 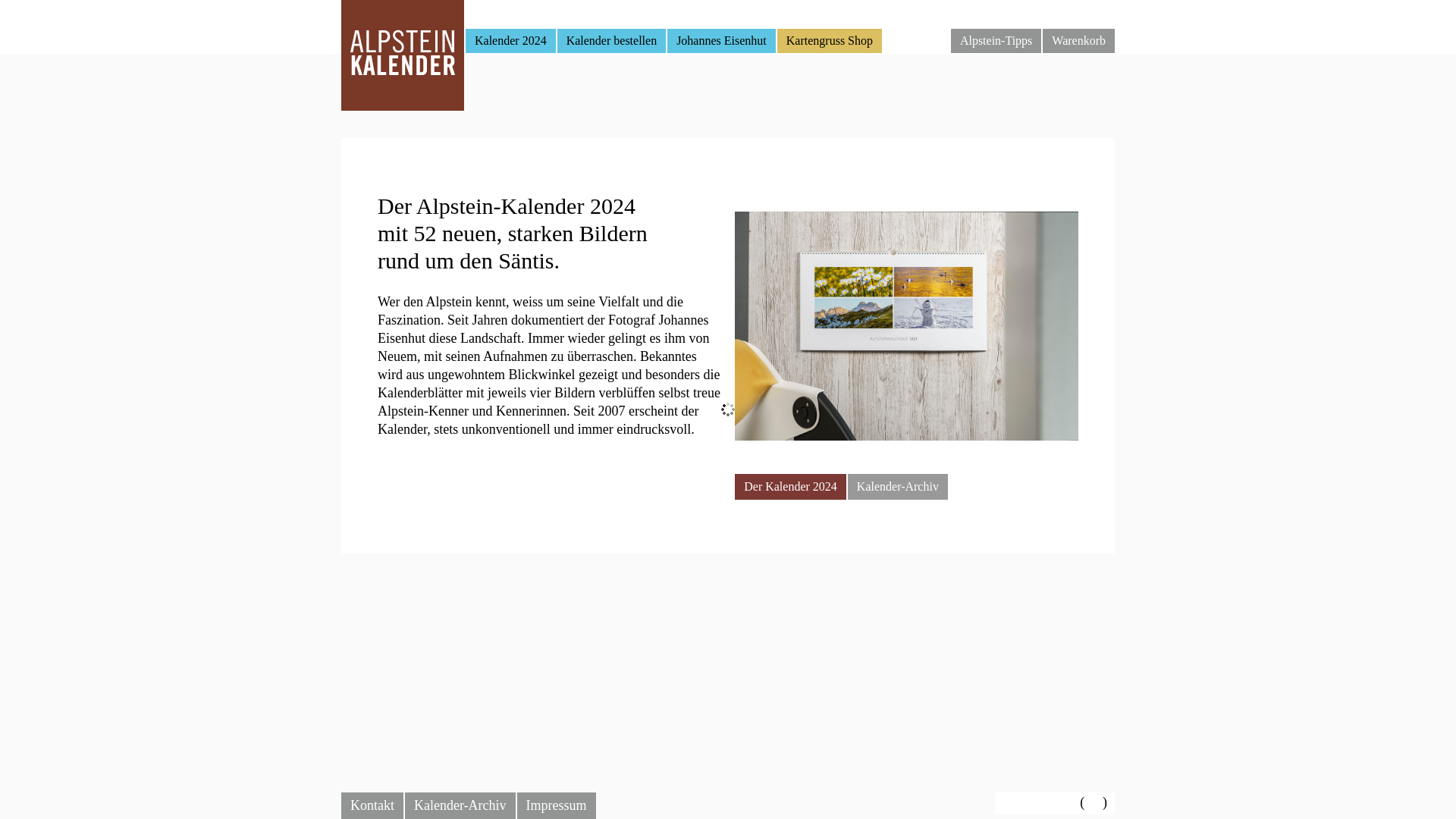 I want to click on 'Like Button Notice', so click(x=1038, y=803).